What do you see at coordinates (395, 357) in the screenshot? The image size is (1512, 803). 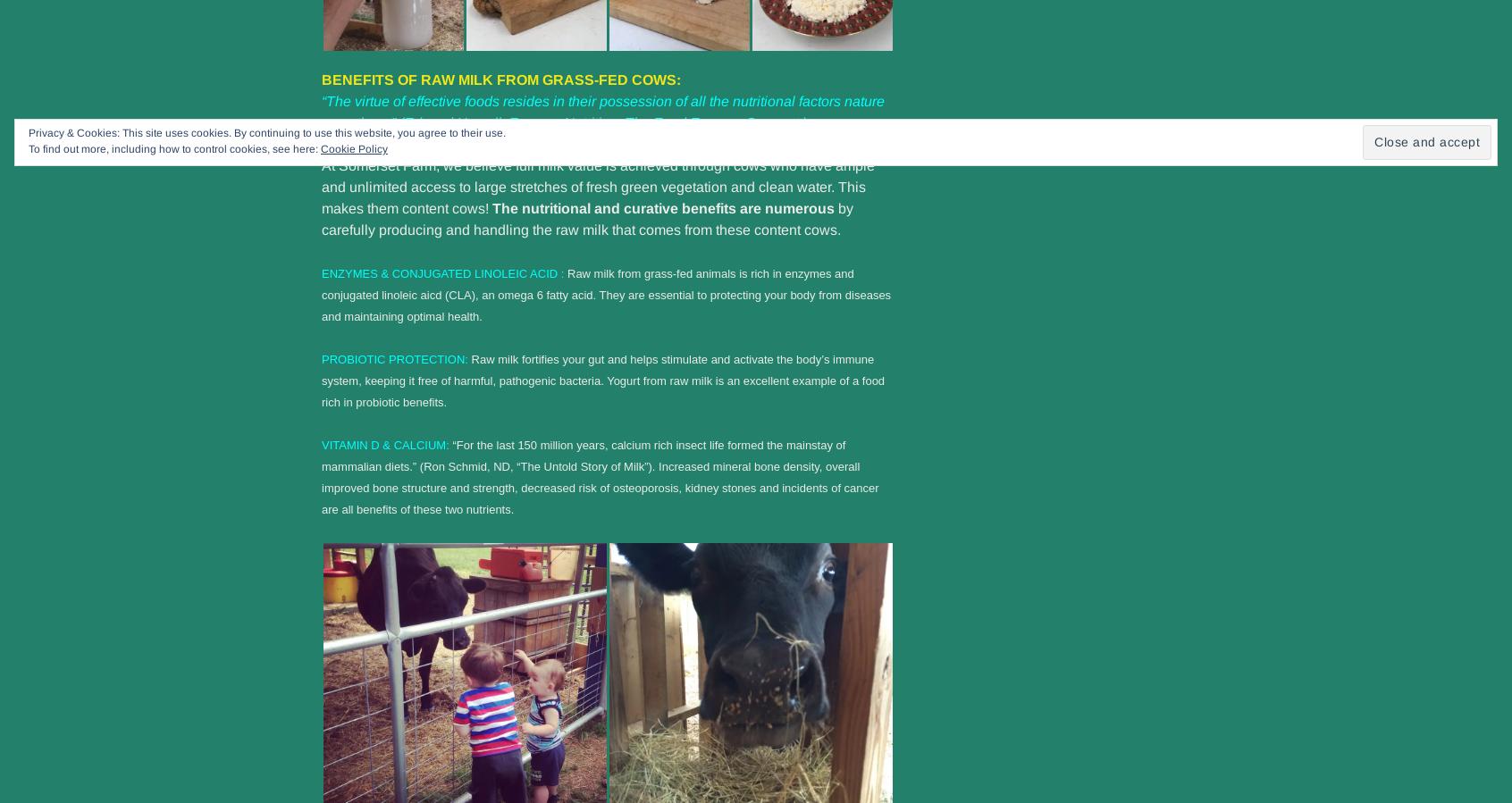 I see `'PROBIOTIC PROTECTION:'` at bounding box center [395, 357].